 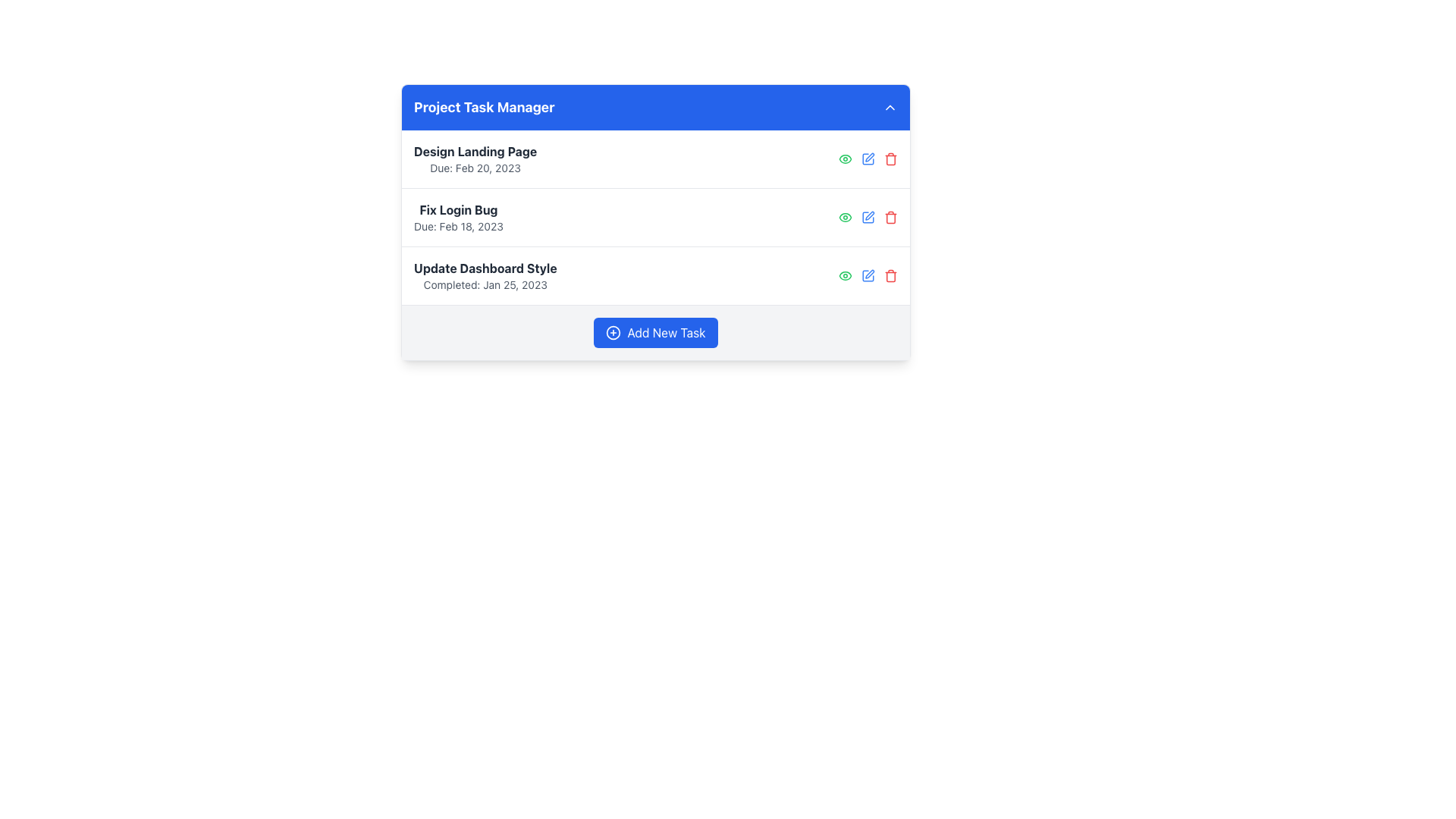 I want to click on to select the second item in the task list which provides an overview of a task, including its title and due date, so click(x=457, y=217).